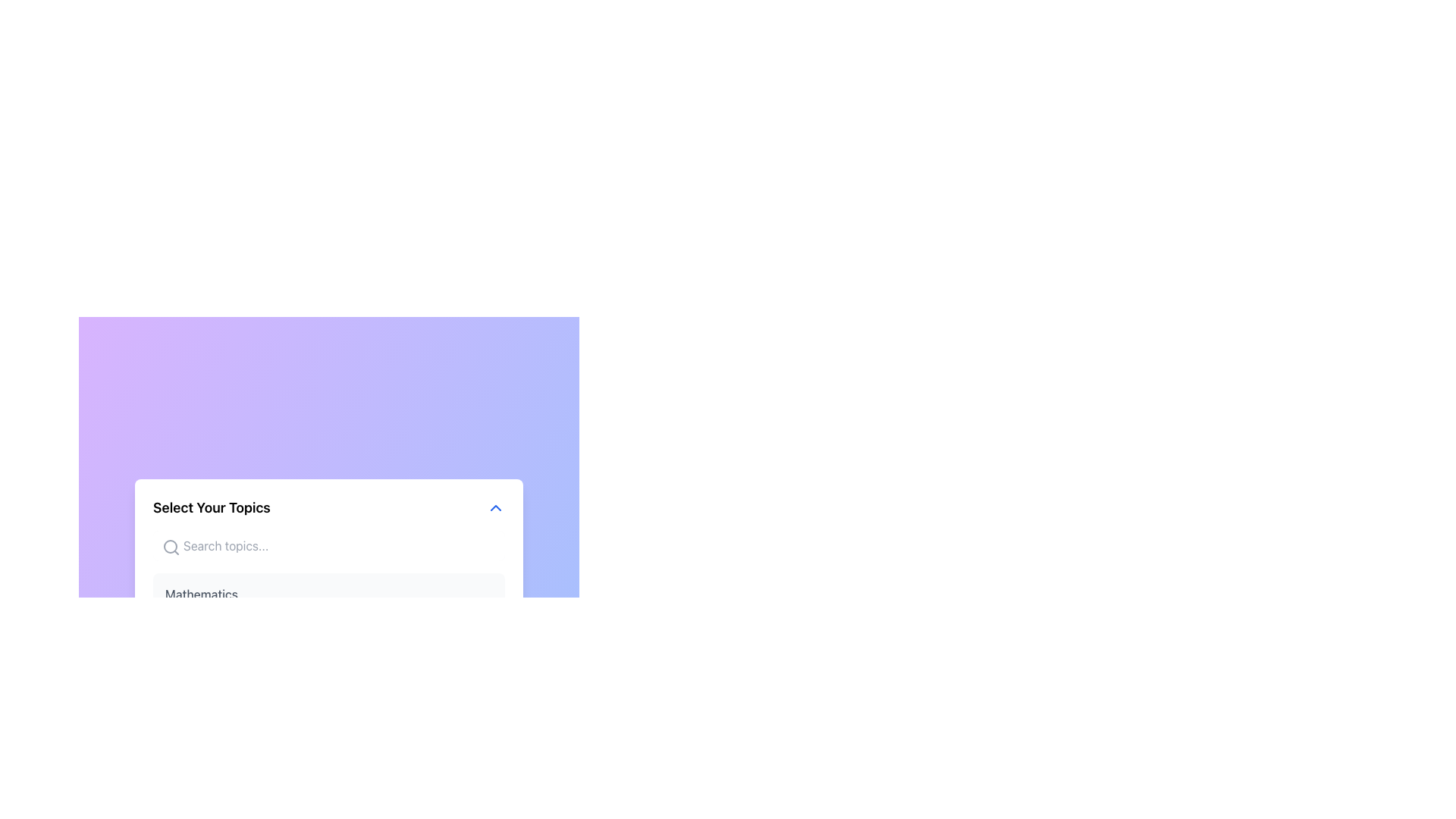 This screenshot has height=819, width=1456. Describe the element at coordinates (495, 508) in the screenshot. I see `the blue chevron icon located on the right side of the 'Select Your Topics' header` at that location.